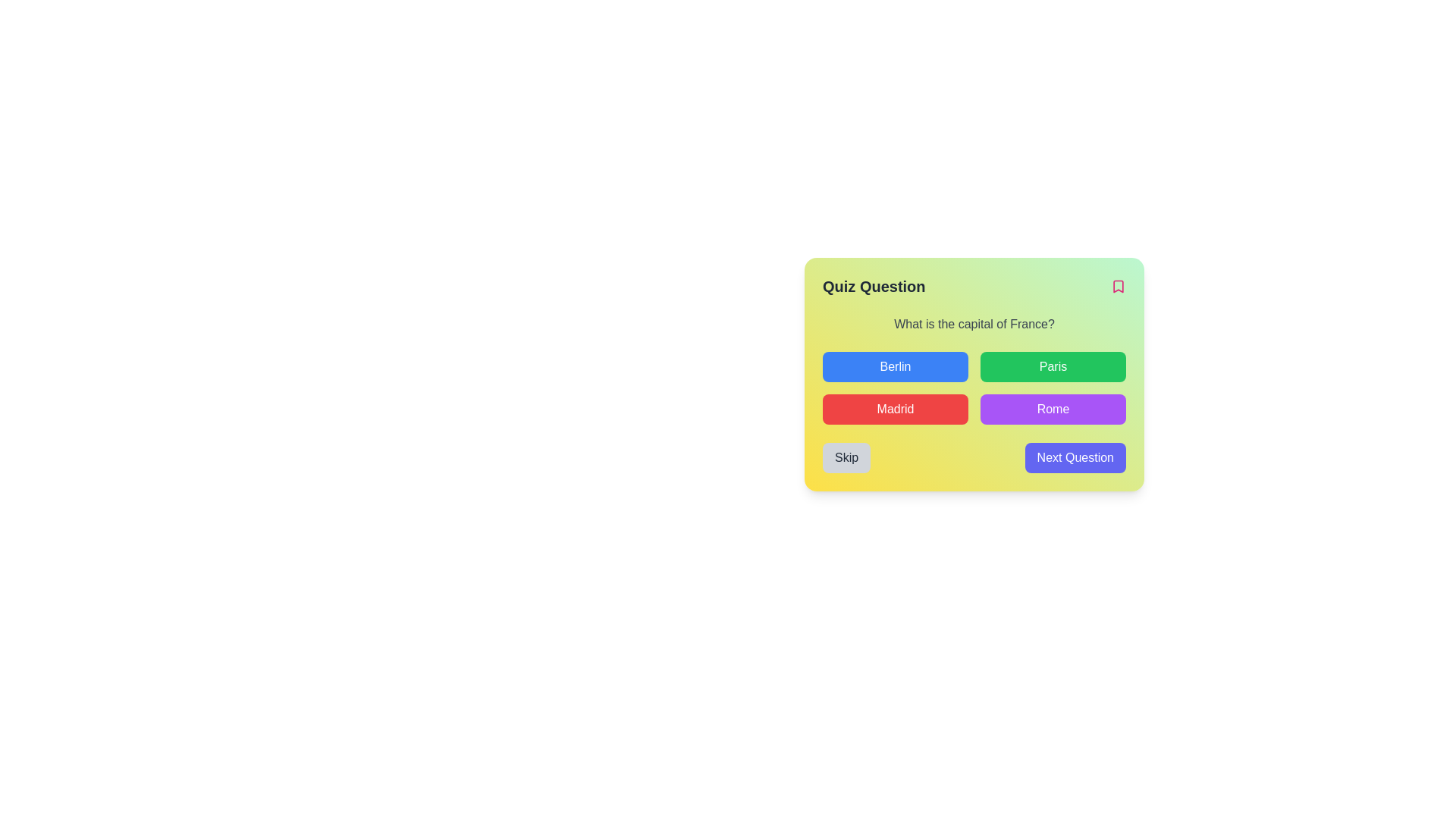  I want to click on the rectangular button labeled 'Rome' with a purple background and white text, located in the lower right of the 2x2 grid of buttons below the question 'What is the capital of France?', so click(1052, 409).